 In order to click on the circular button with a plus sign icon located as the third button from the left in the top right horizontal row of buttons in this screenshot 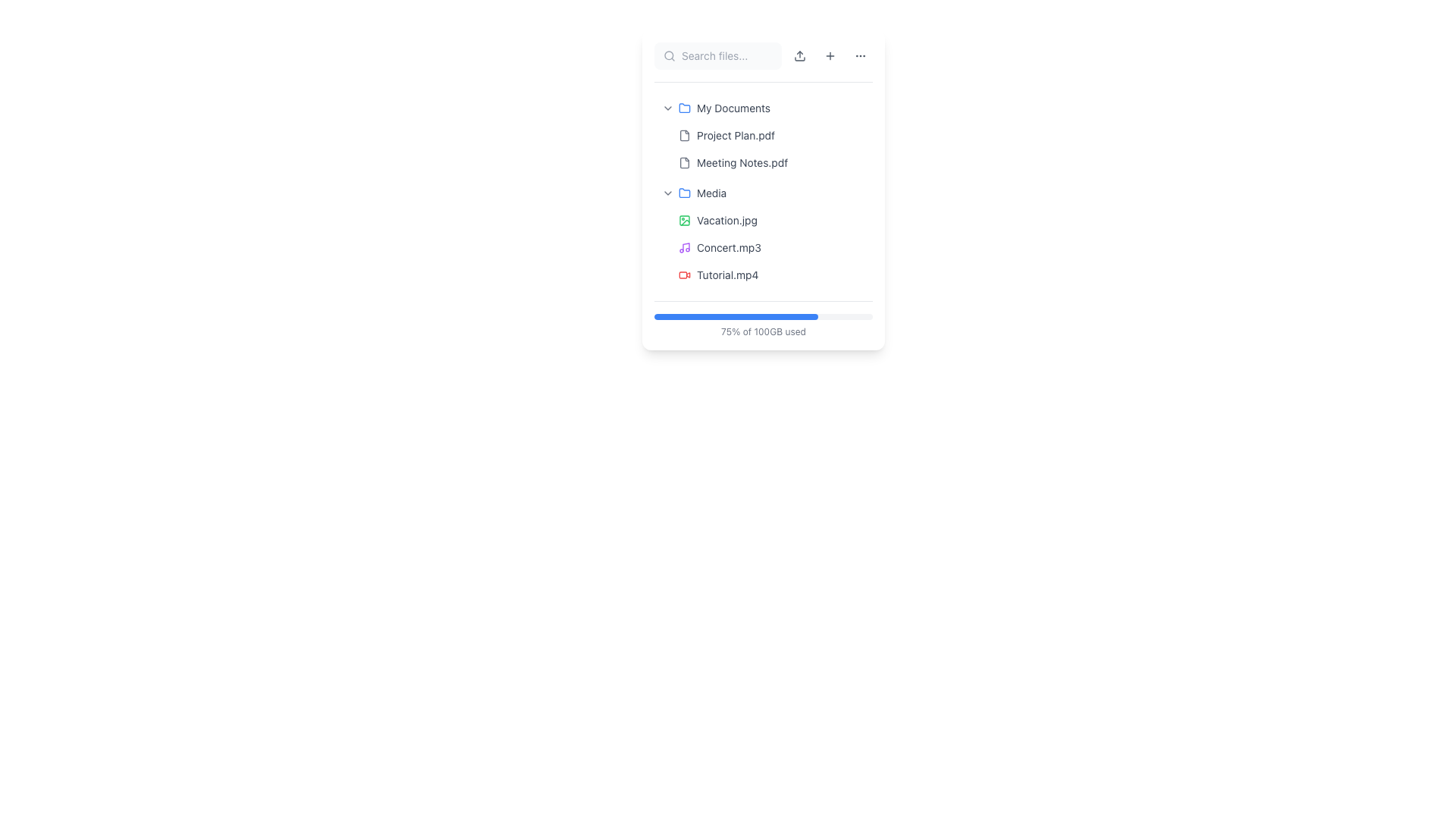, I will do `click(829, 55)`.